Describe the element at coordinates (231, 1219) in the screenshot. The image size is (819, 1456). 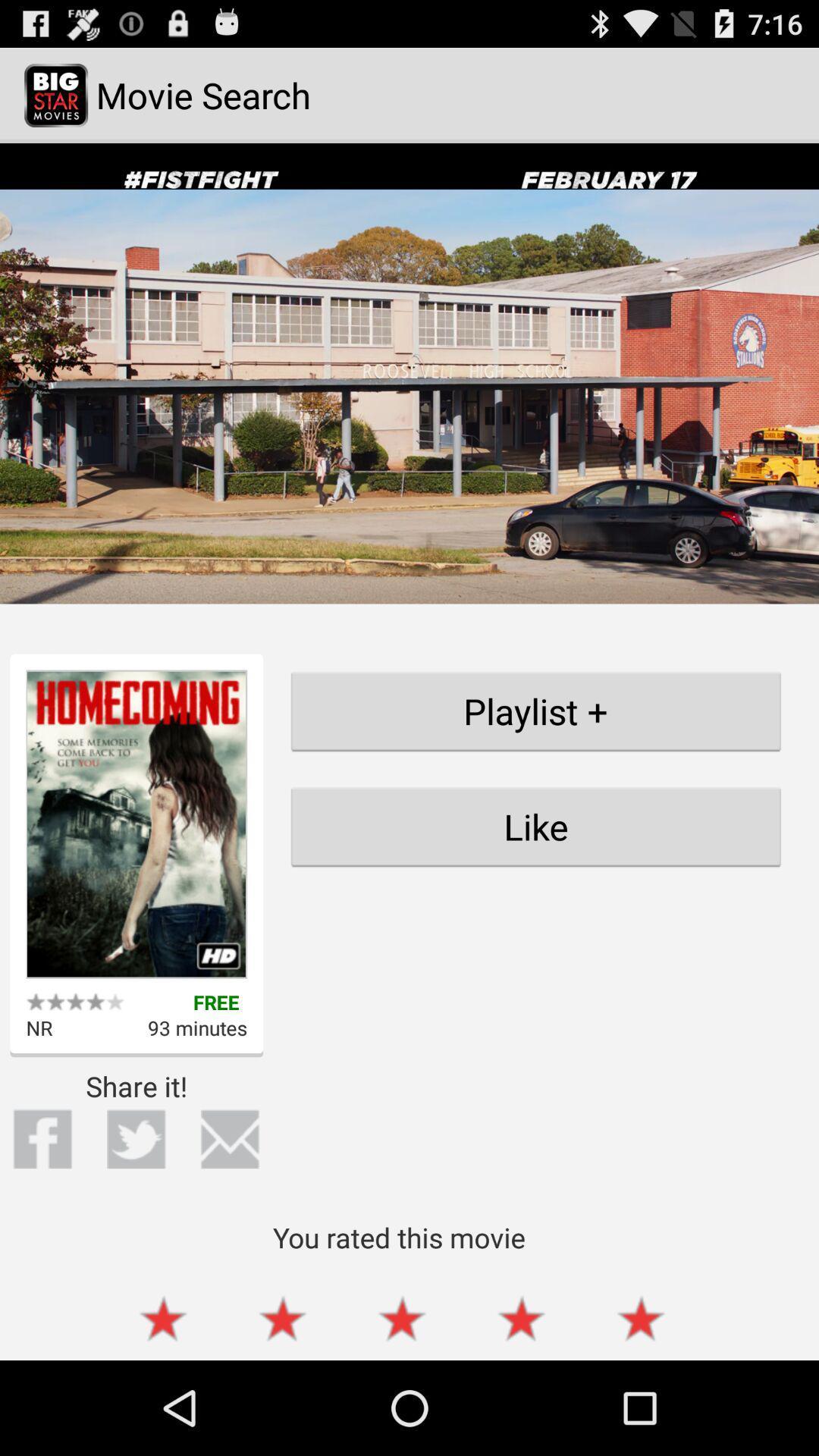
I see `the email icon` at that location.